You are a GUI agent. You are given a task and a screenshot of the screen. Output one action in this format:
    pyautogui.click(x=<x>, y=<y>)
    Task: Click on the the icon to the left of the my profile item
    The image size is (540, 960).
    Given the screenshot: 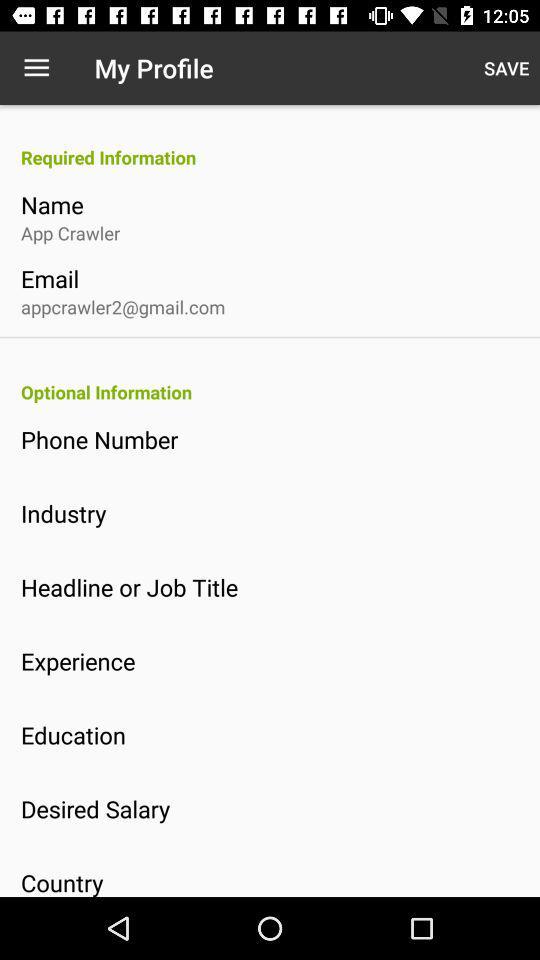 What is the action you would take?
    pyautogui.click(x=36, y=68)
    